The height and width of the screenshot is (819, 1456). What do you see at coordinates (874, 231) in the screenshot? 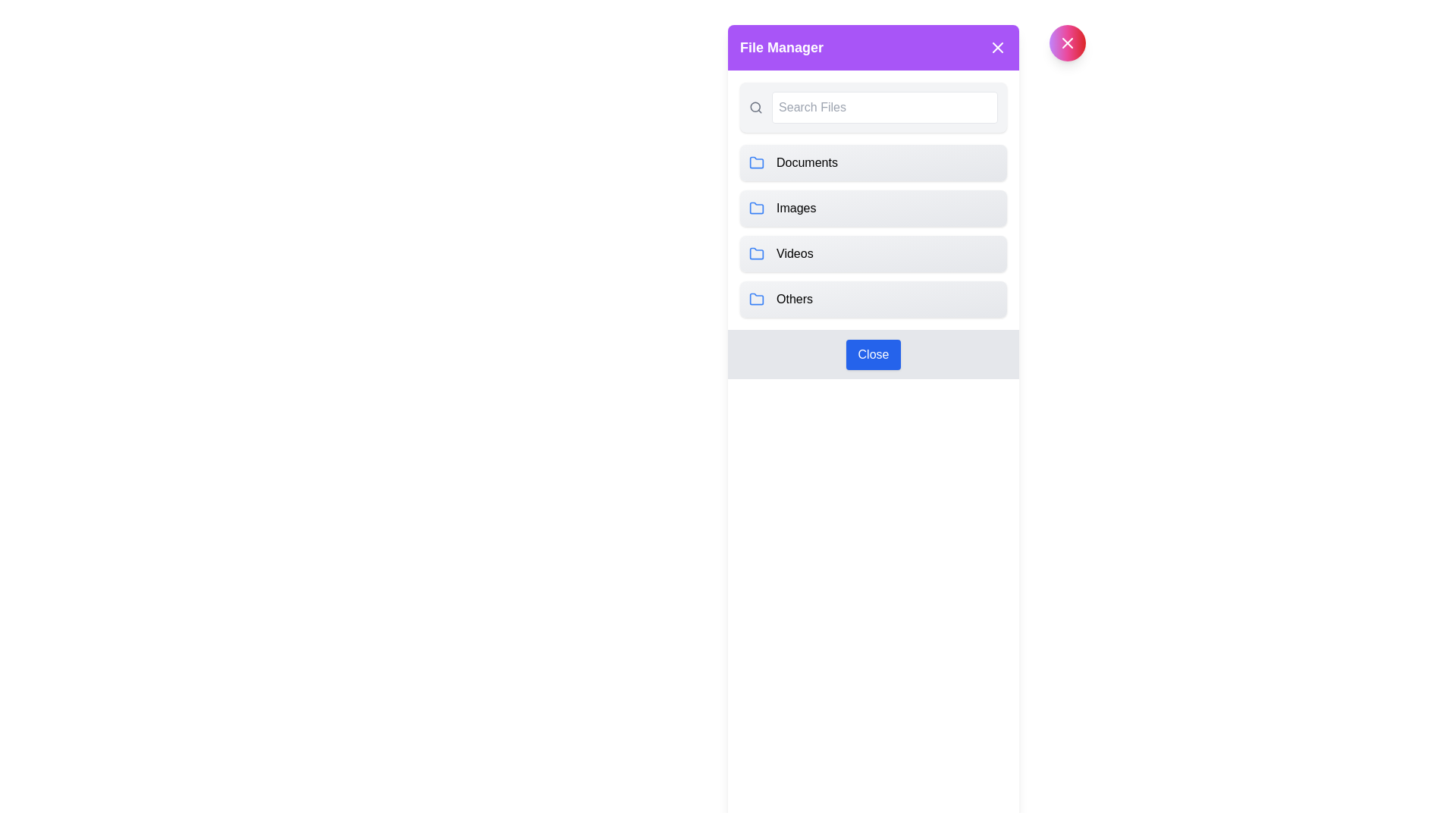
I see `the second item in the list labeled 'Images'` at bounding box center [874, 231].